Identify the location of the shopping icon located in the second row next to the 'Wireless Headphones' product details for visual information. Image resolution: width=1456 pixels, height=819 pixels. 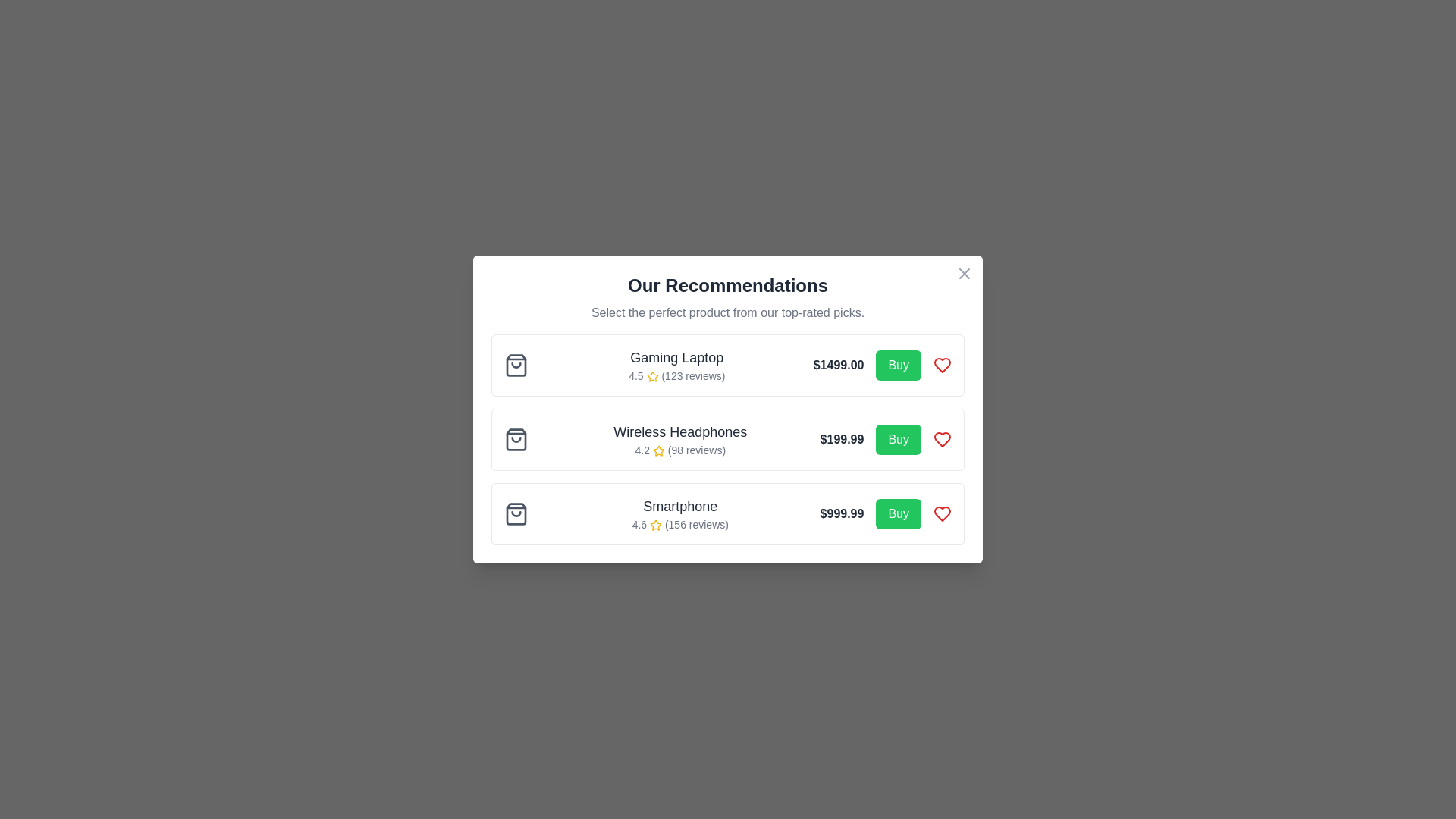
(516, 439).